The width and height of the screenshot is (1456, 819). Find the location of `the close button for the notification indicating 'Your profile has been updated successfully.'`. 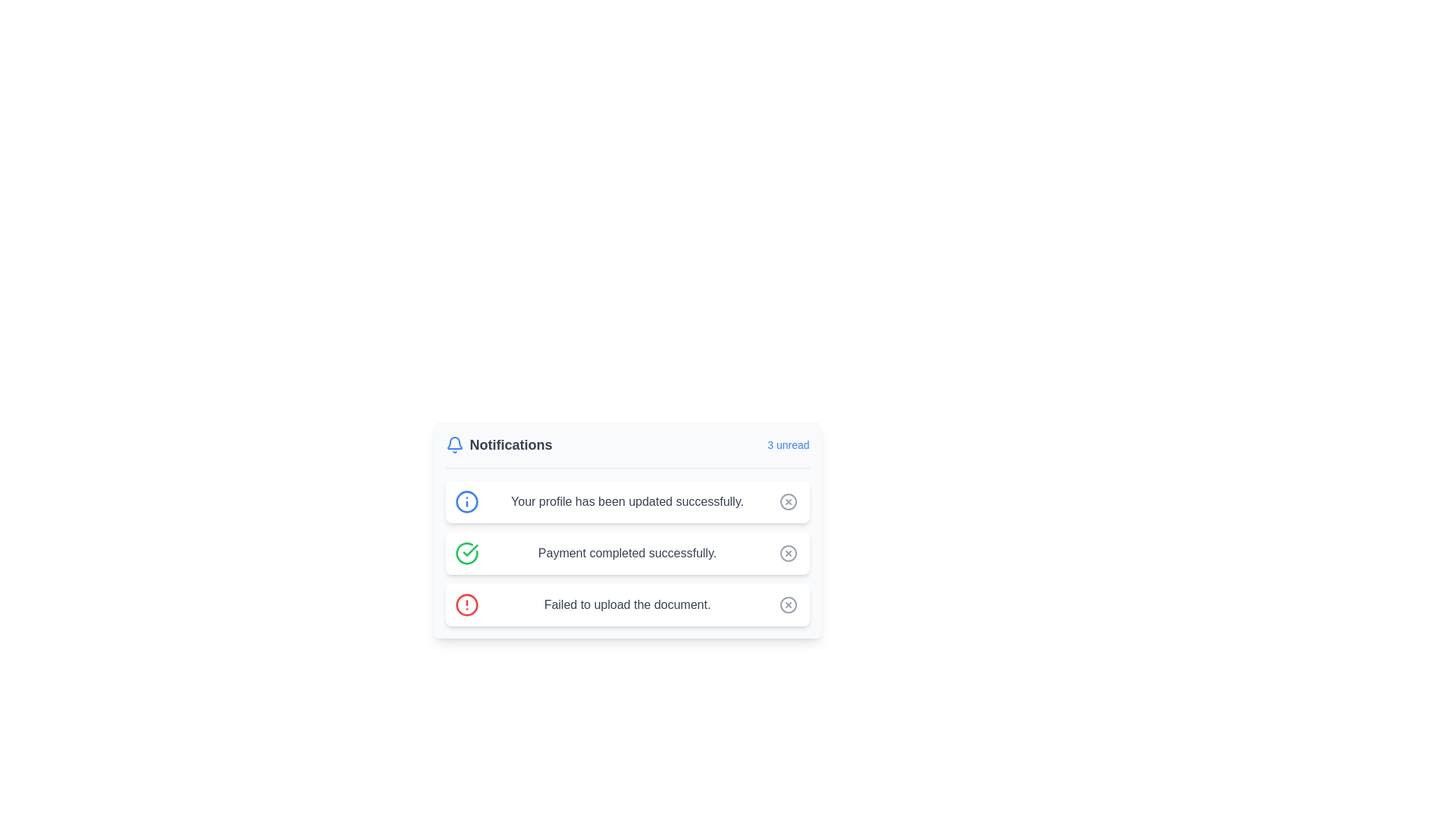

the close button for the notification indicating 'Your profile has been updated successfully.' is located at coordinates (788, 502).